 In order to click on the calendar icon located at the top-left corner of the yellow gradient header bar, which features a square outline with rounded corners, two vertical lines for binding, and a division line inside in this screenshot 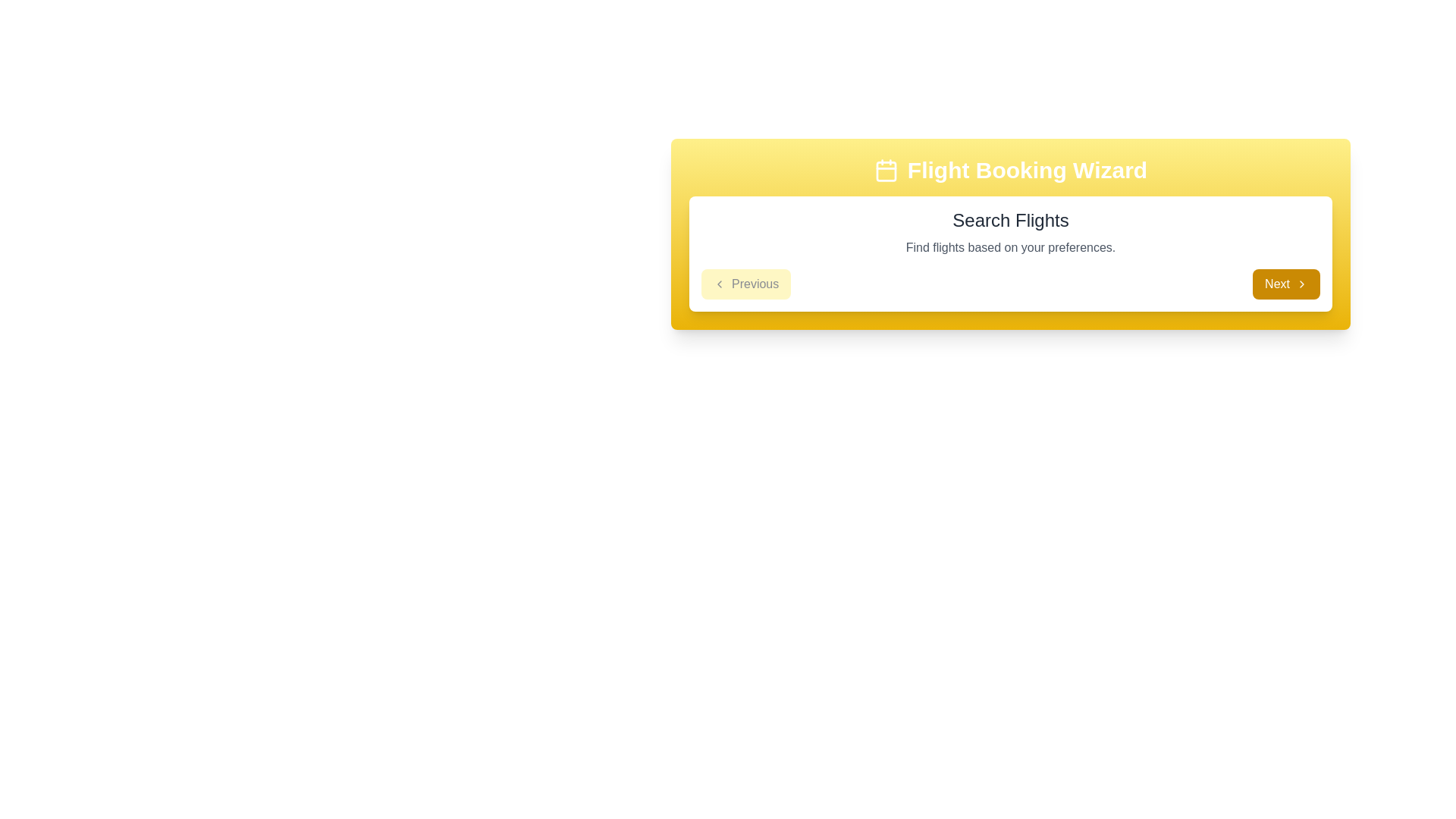, I will do `click(886, 170)`.